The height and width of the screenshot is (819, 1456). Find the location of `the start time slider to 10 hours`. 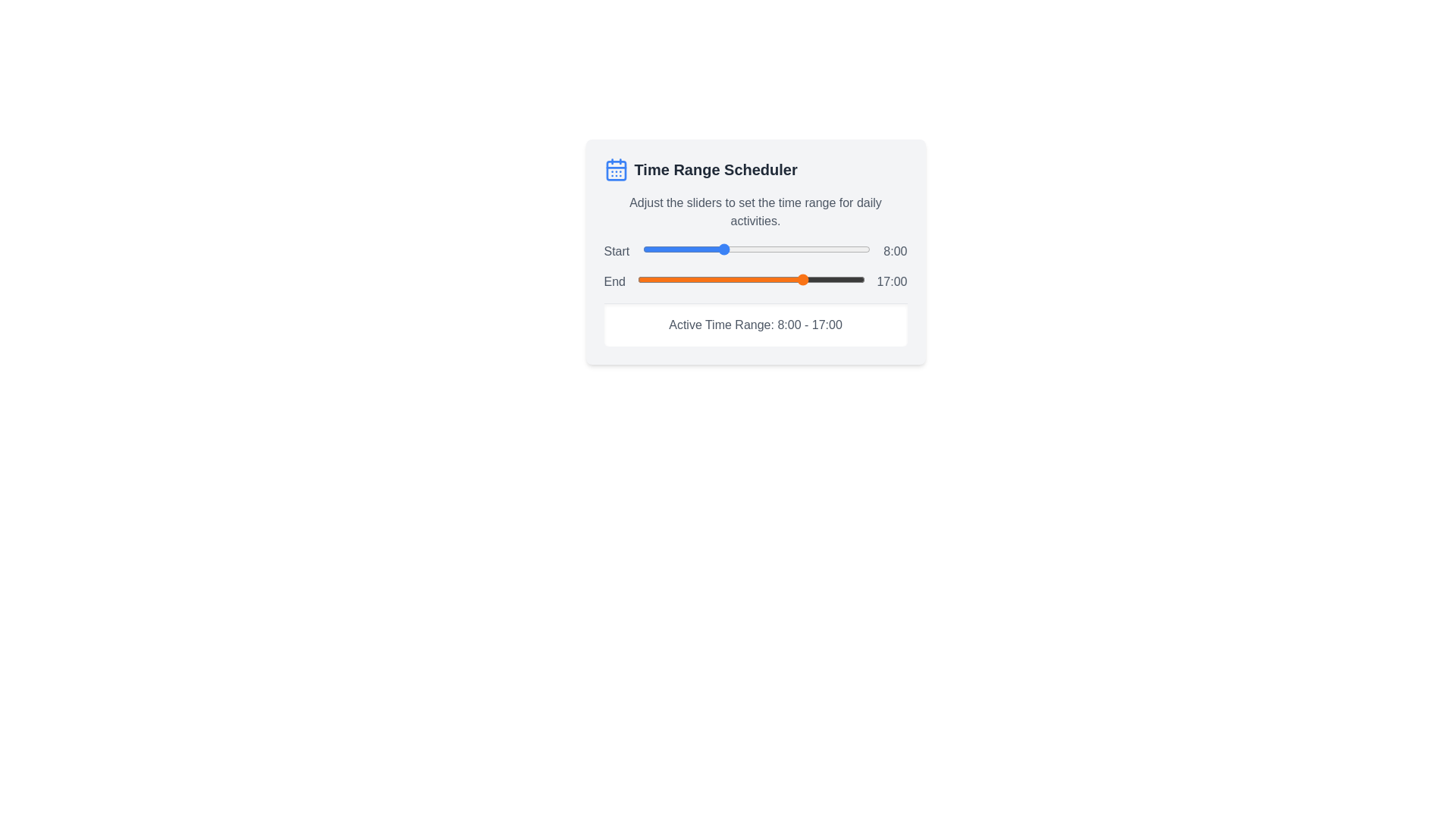

the start time slider to 10 hours is located at coordinates (742, 248).